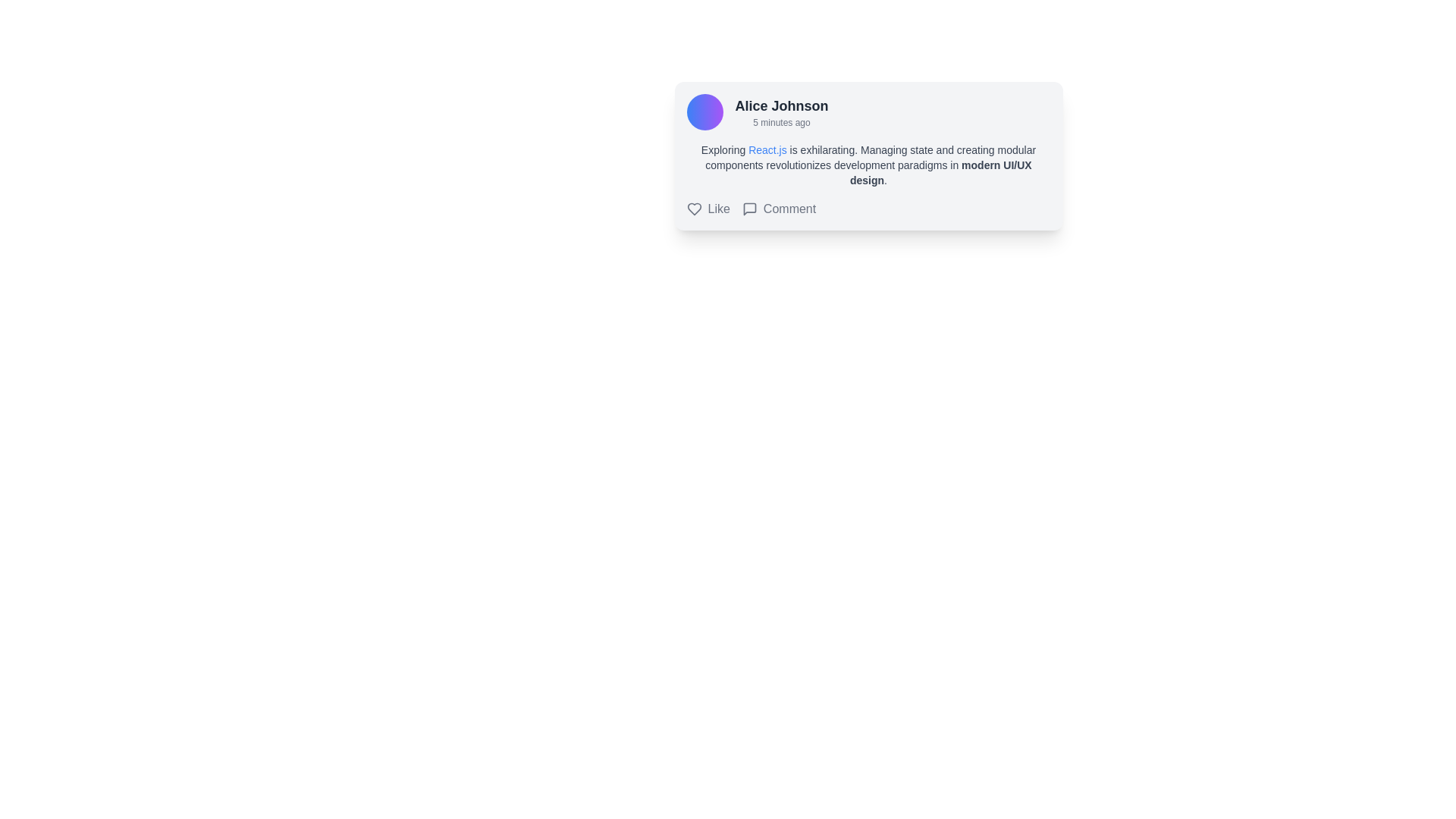  I want to click on the descriptive text block about React.js in the information card for Alice Johnson, which is centrally located below the header and above the Like and Comment buttons, so click(868, 165).